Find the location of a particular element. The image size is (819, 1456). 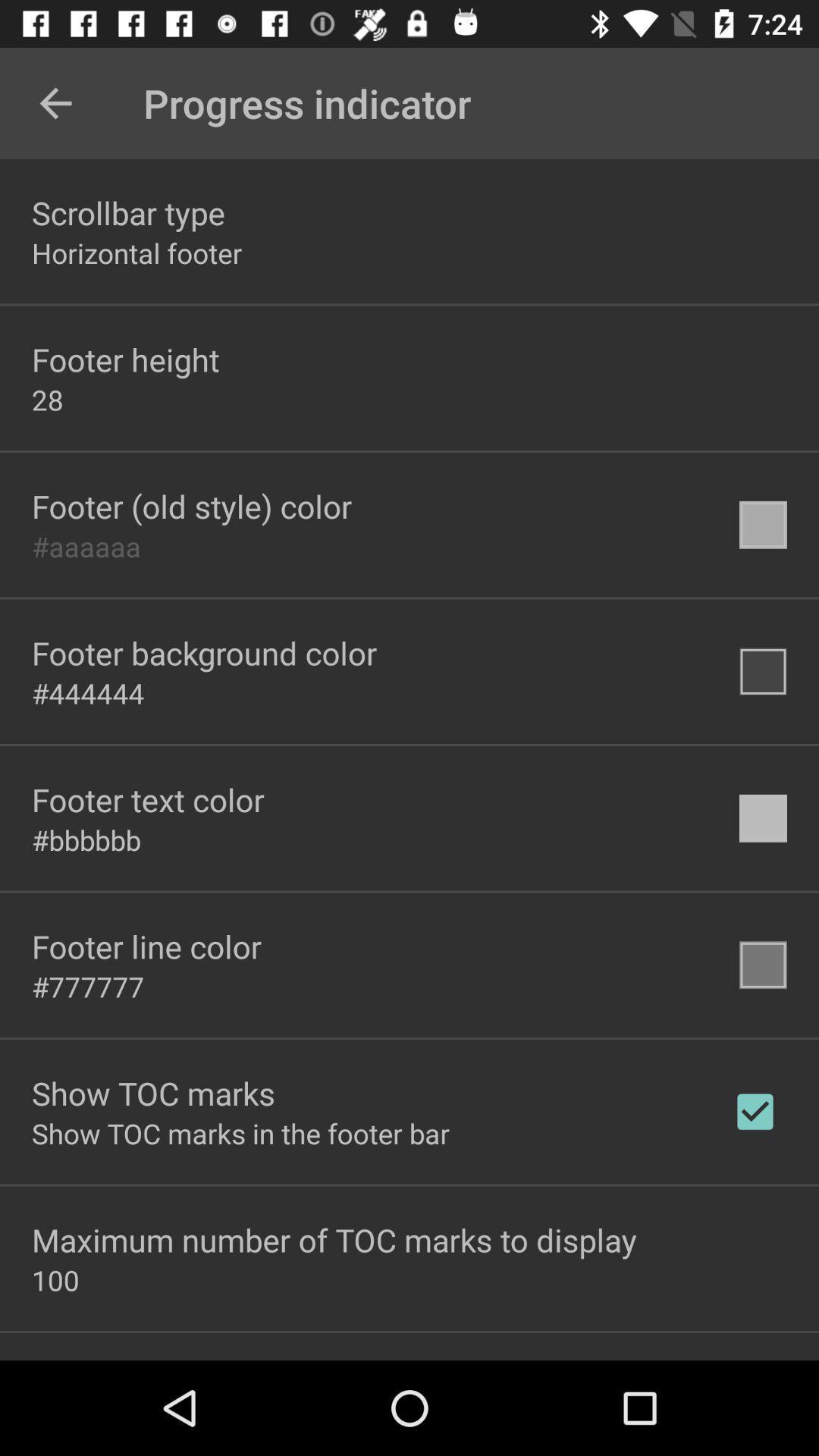

28 icon is located at coordinates (46, 400).